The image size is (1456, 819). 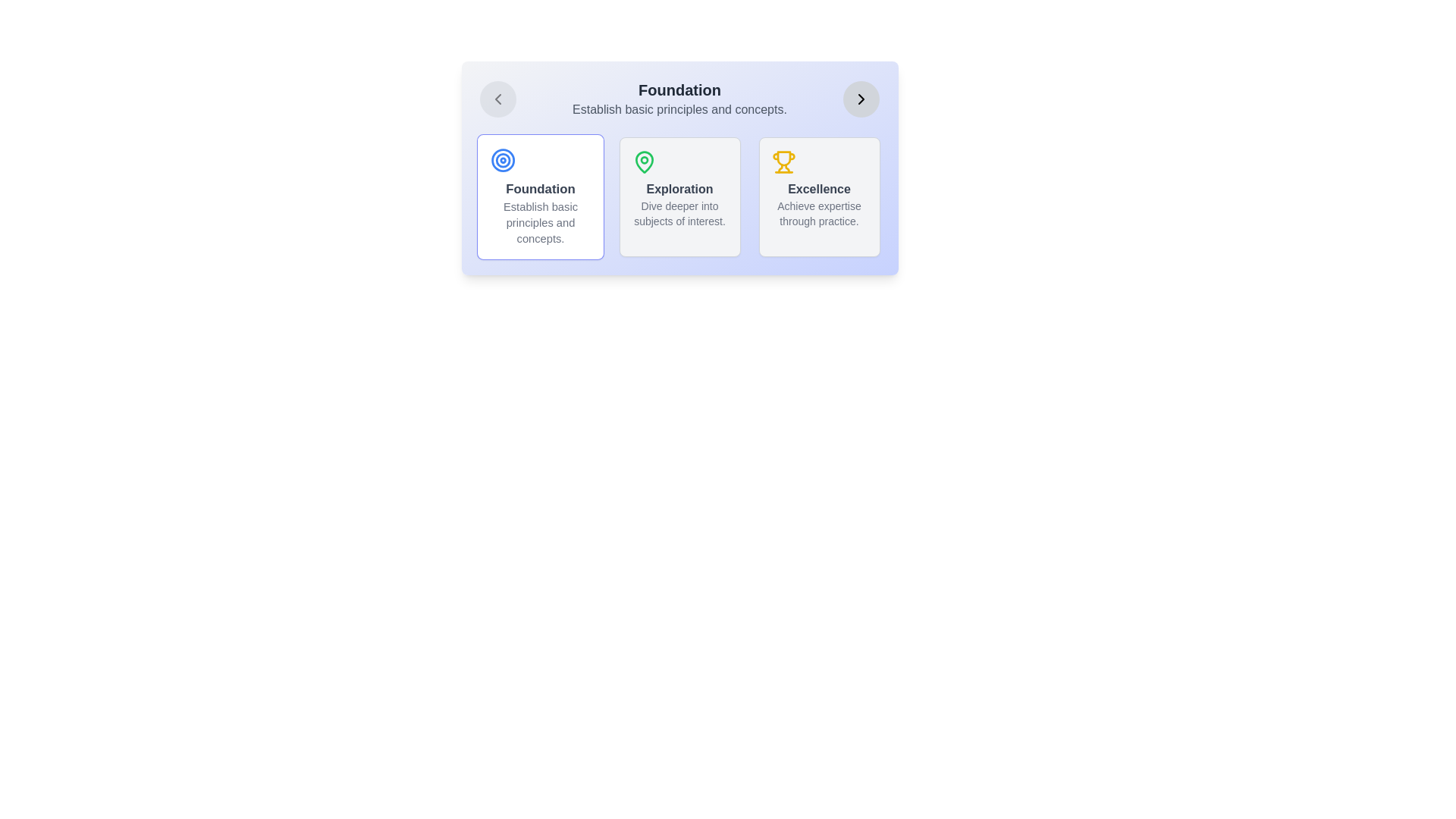 What do you see at coordinates (818, 213) in the screenshot?
I see `the descriptive text located at the bottom of the rightmost card labeled 'Excellence', which provides additional context about this category` at bounding box center [818, 213].